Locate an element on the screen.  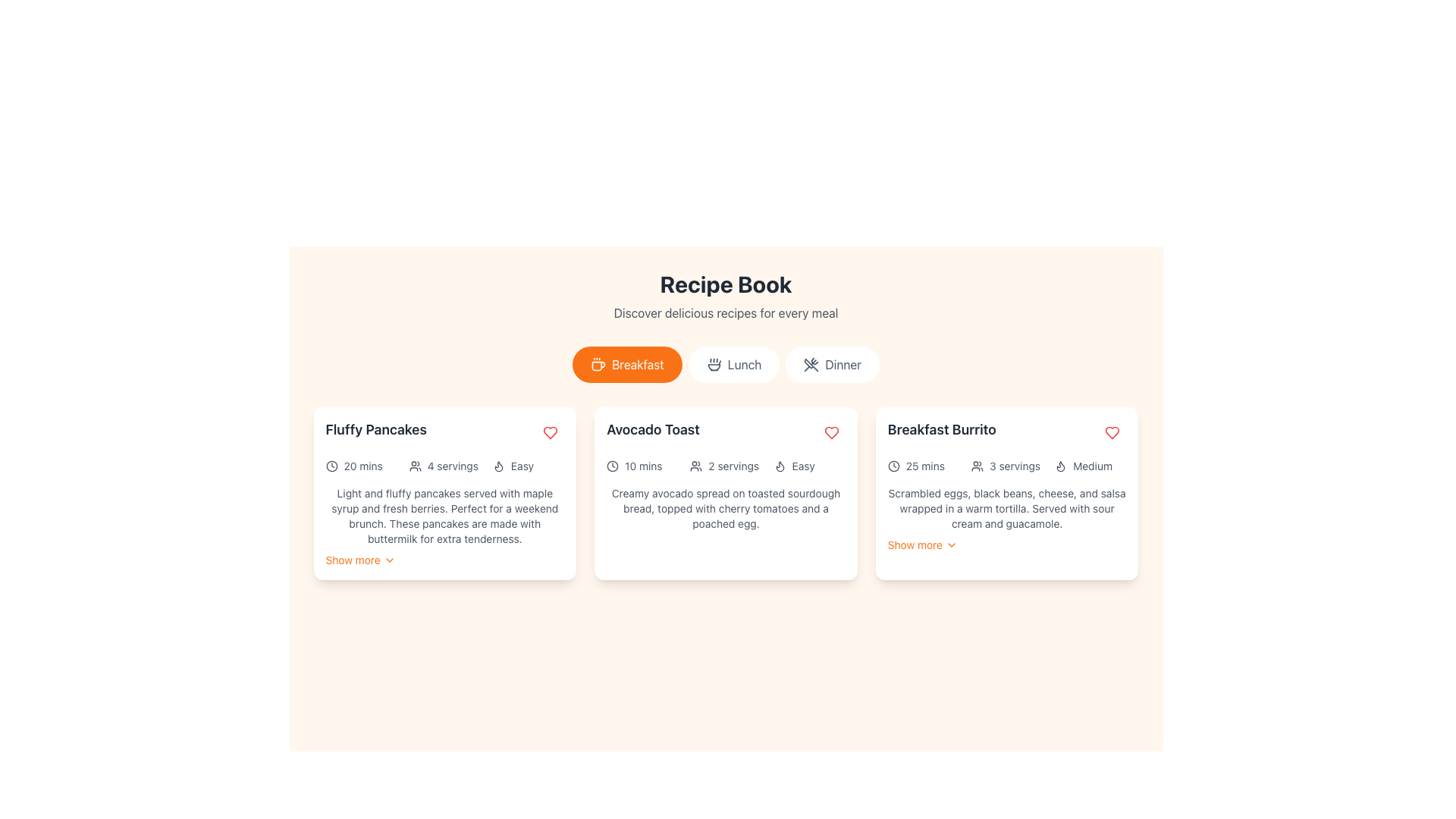
the text in the 'Breakfast Burrito' recipe description label located below the title and above the 'Show more' link in the rightmost column of the layout is located at coordinates (1007, 509).